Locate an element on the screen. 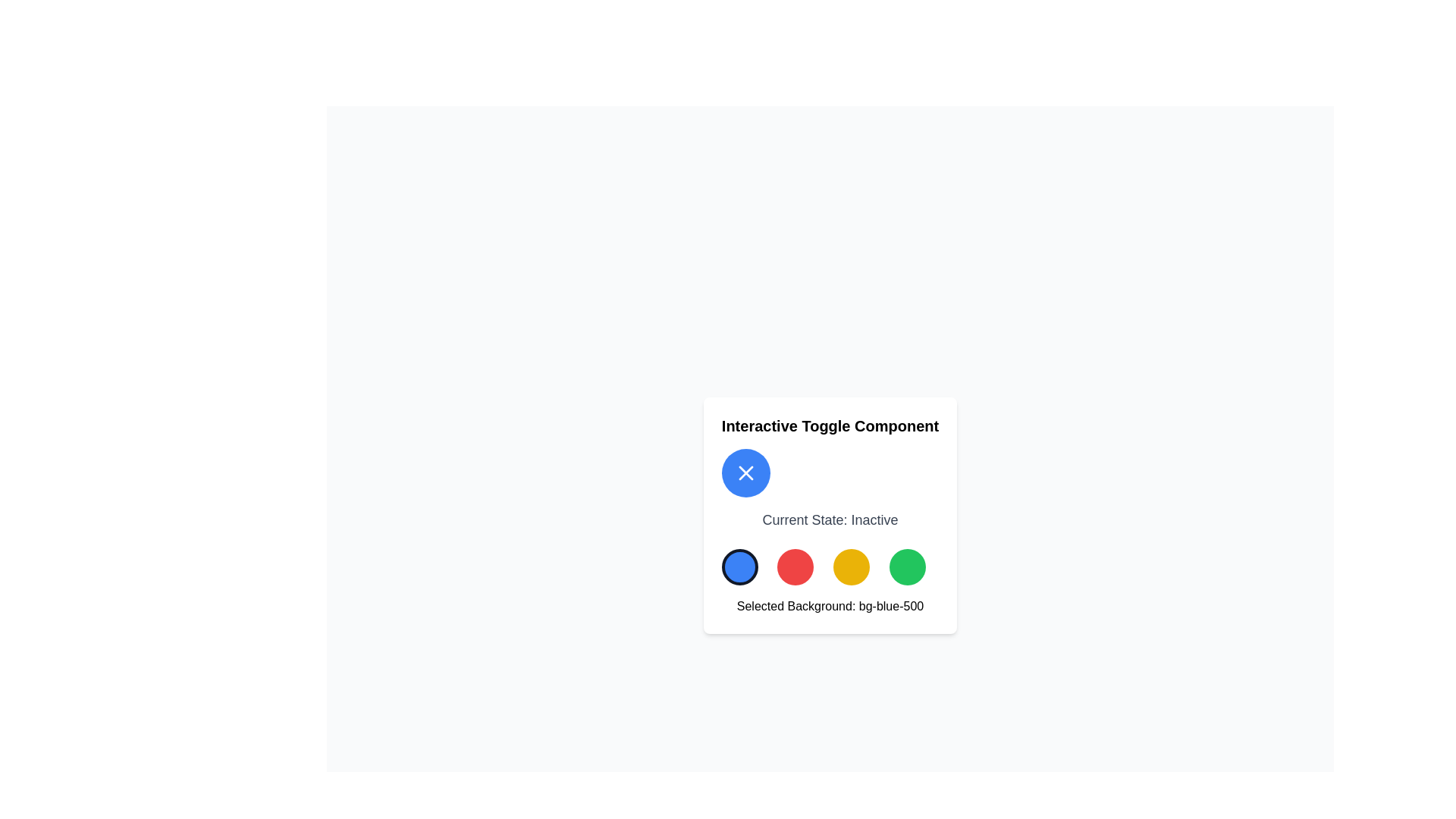 The height and width of the screenshot is (819, 1456). the first circular button in the horizontal row of four, located centrally within the card interface is located at coordinates (739, 567).